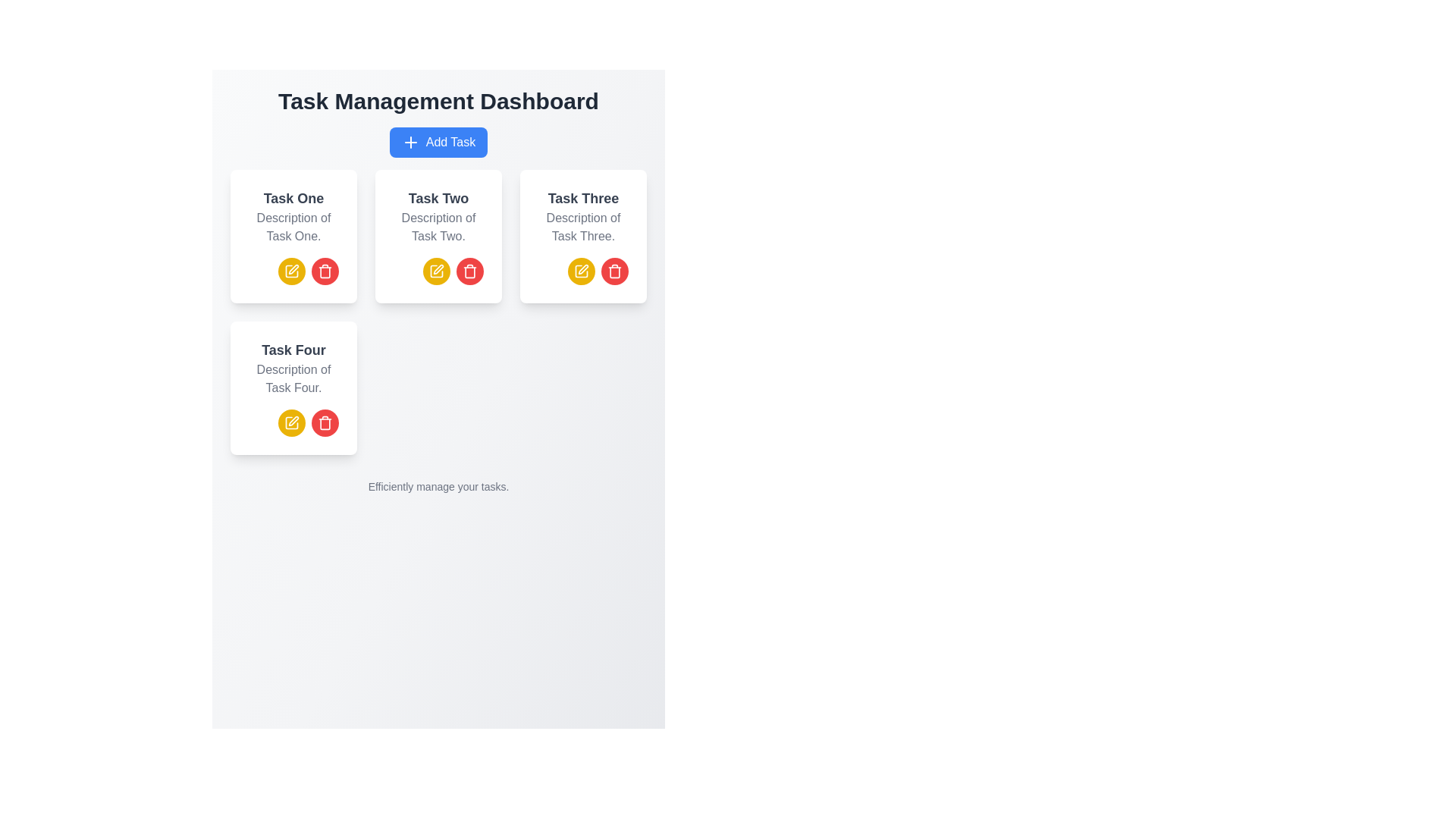 Image resolution: width=1456 pixels, height=819 pixels. Describe the element at coordinates (438, 102) in the screenshot. I see `the title text element that indicates the interface's purpose for task management, located above the 'Add Task' button and the task cards` at that location.